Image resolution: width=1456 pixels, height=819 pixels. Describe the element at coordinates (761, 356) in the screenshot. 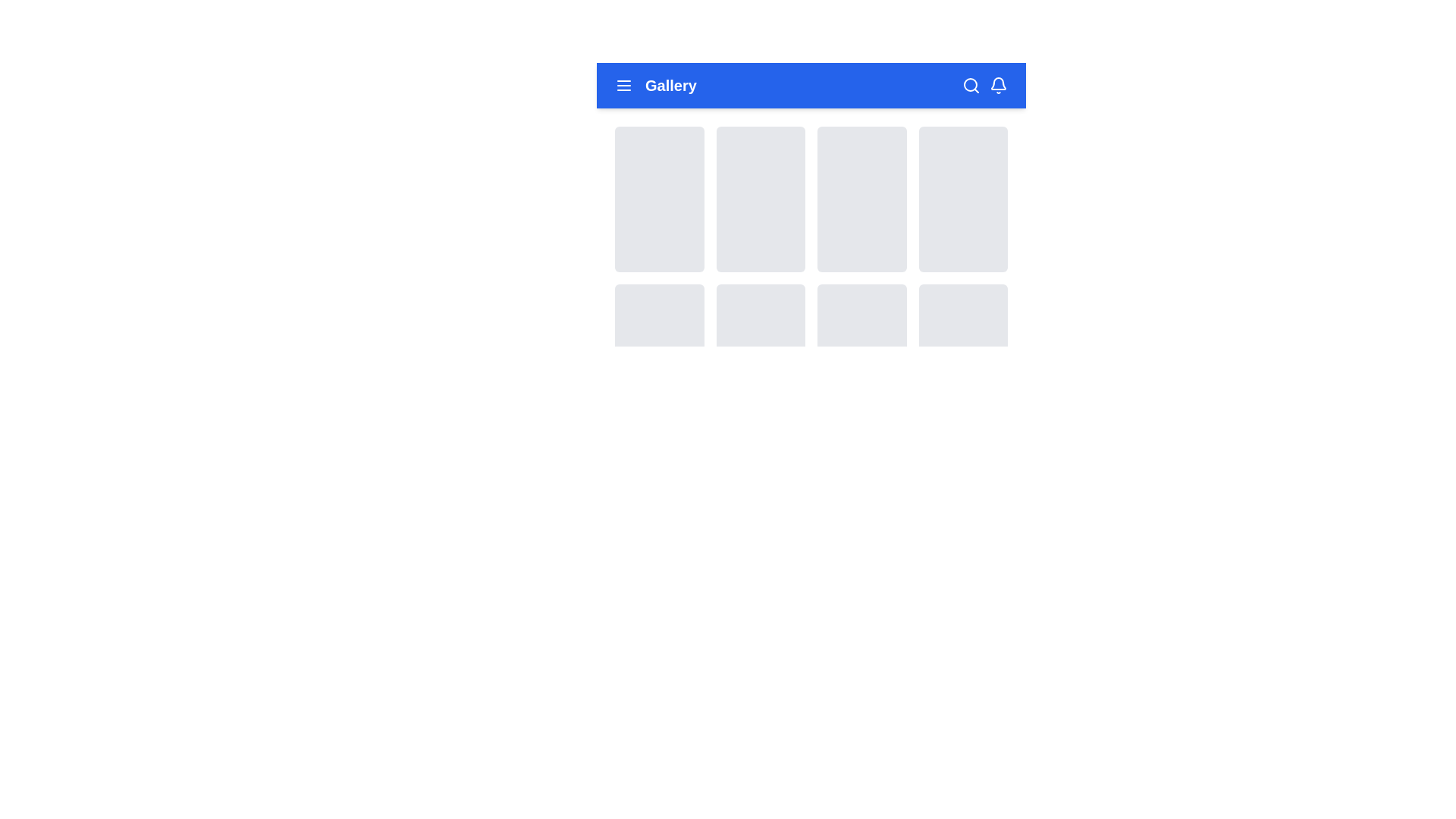

I see `the button located in the ninth grid cell of a 3-row gallery layout` at that location.